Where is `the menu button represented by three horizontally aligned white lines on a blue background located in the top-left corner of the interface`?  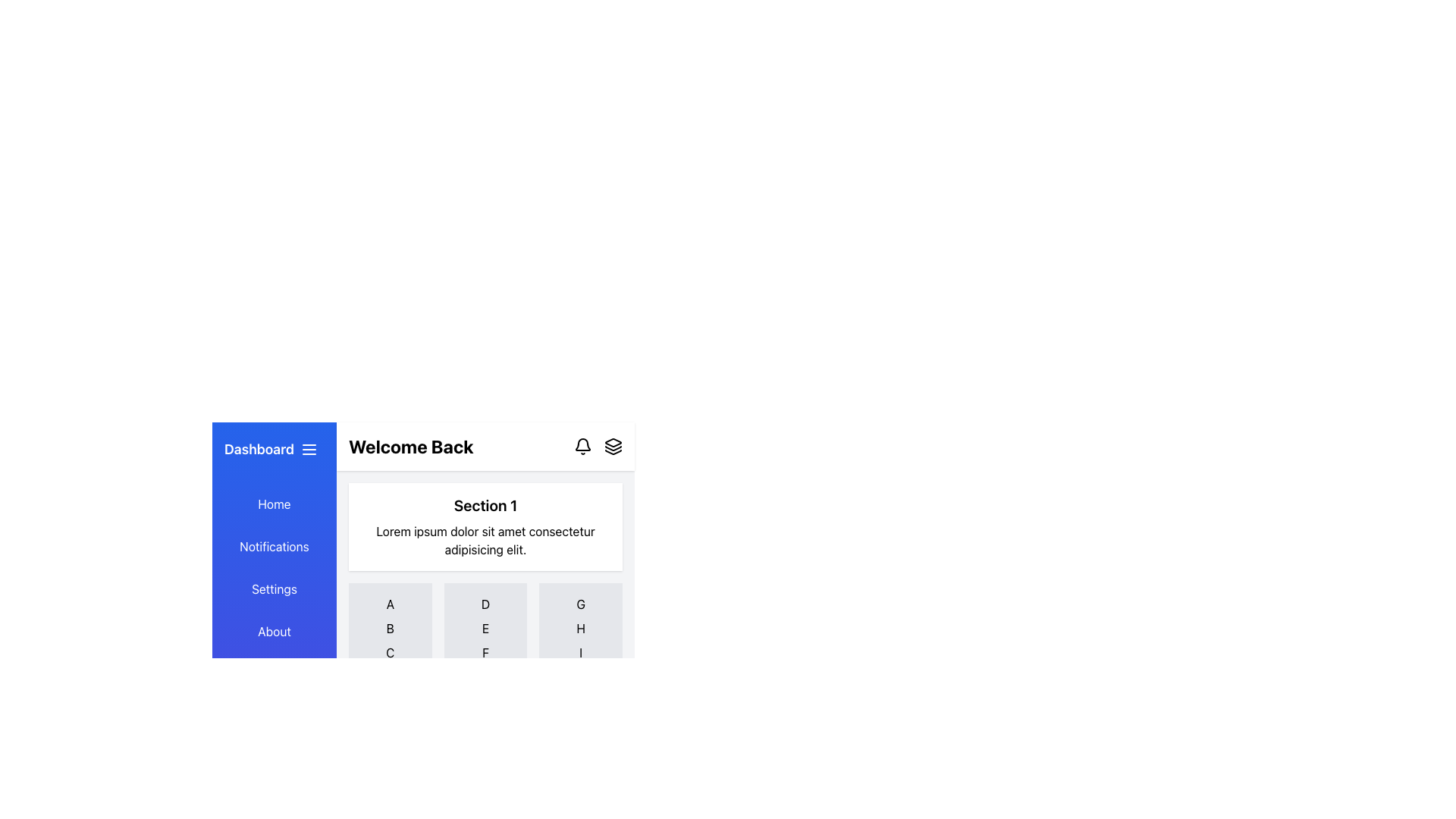
the menu button represented by three horizontally aligned white lines on a blue background located in the top-left corner of the interface is located at coordinates (309, 449).